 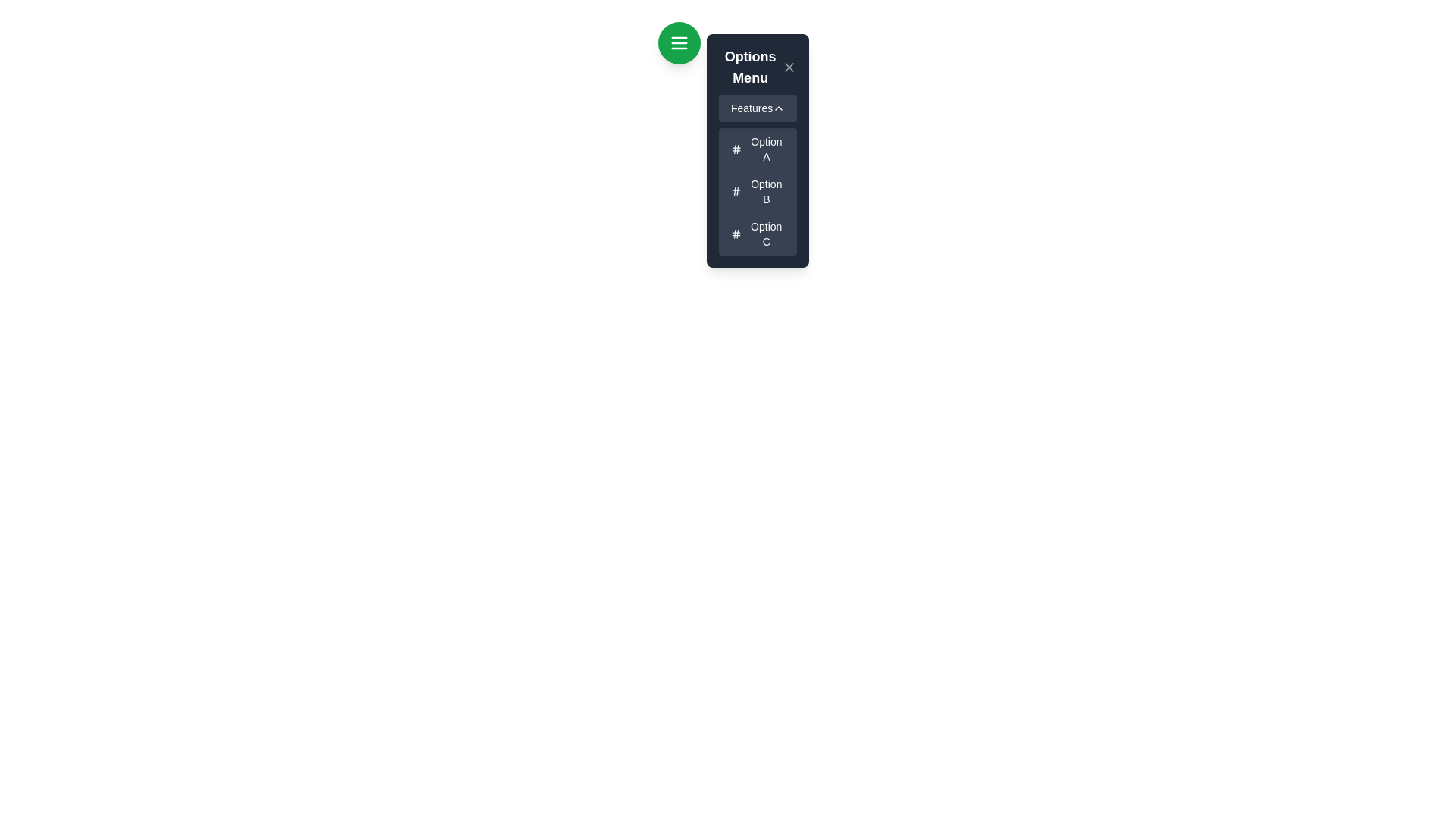 I want to click on the second option 'Option B' in the Dropdown Menu, which is vertically aligned with a dark gray background and contains three options: 'Option A', 'Option B', and 'Option C', so click(x=758, y=191).